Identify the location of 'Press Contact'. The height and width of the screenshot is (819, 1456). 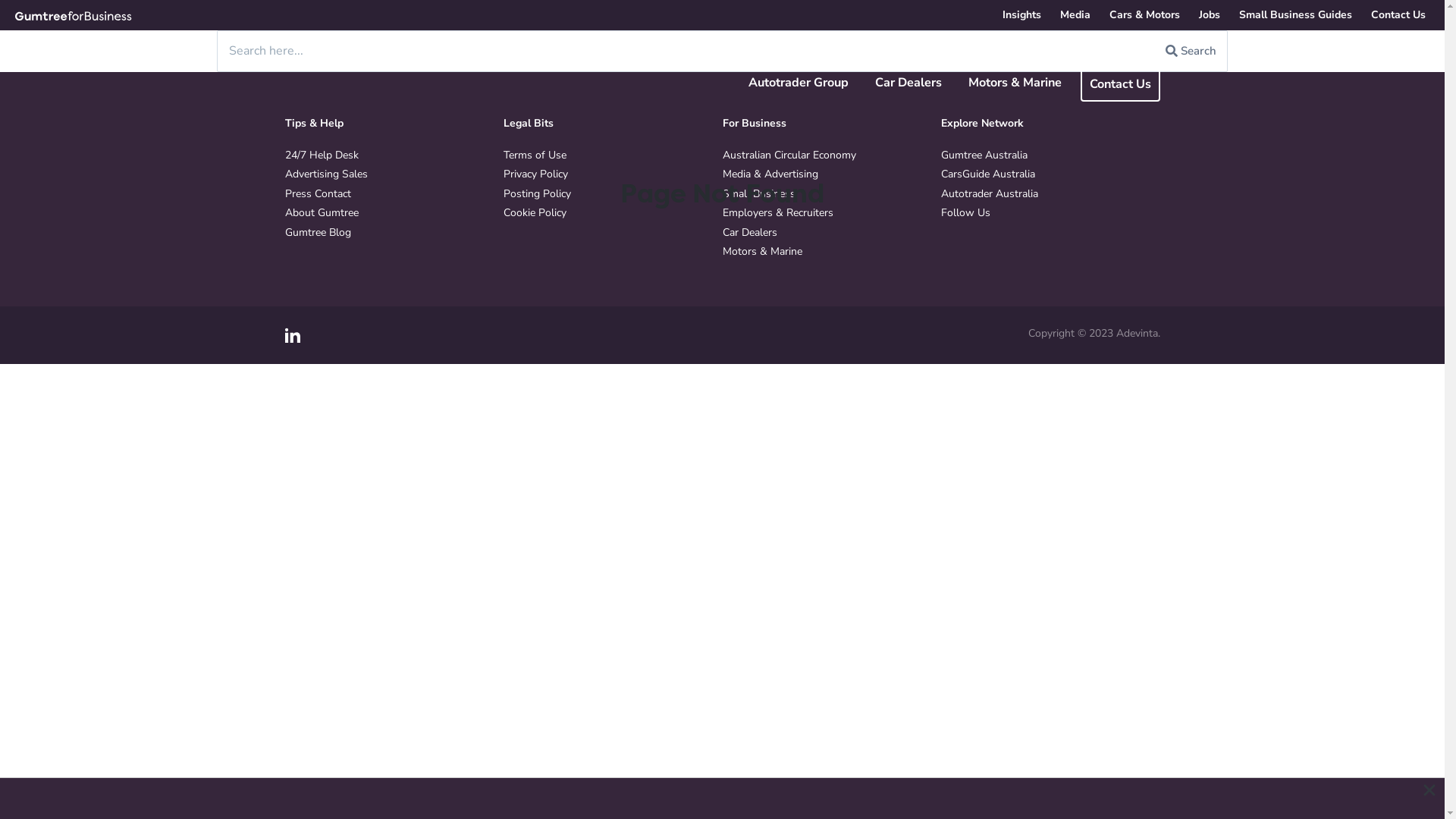
(317, 193).